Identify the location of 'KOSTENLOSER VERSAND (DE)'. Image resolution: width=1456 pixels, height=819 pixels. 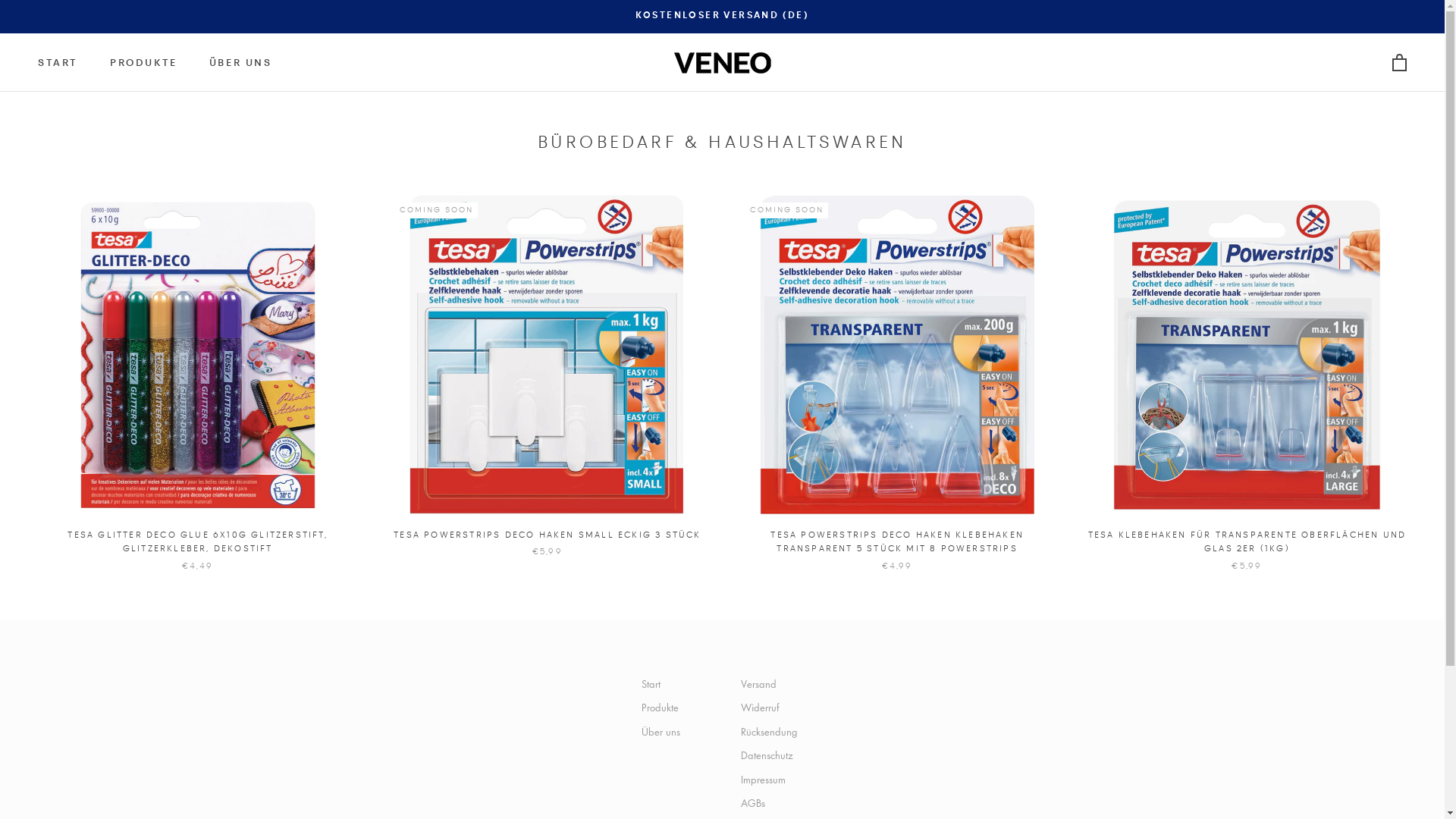
(722, 15).